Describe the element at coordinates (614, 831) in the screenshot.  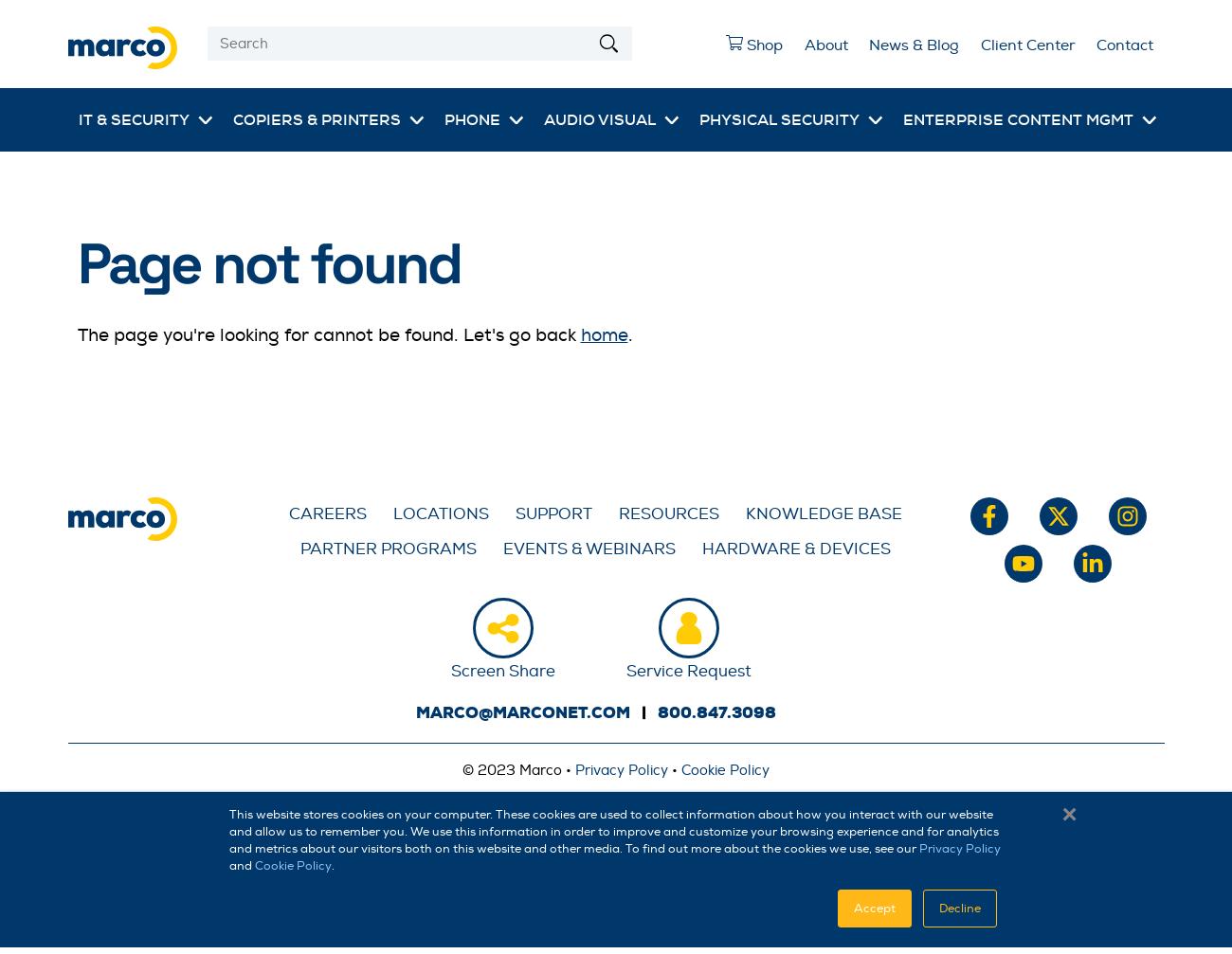
I see `'This website stores cookies on your computer. These cookies are used to collect information about how you interact with our website and allow us to remember you. We use this information in order to improve and customize your browsing experience and for analytics and metrics about our visitors both on this website and other media. To find out more about the cookies we use, see our'` at that location.